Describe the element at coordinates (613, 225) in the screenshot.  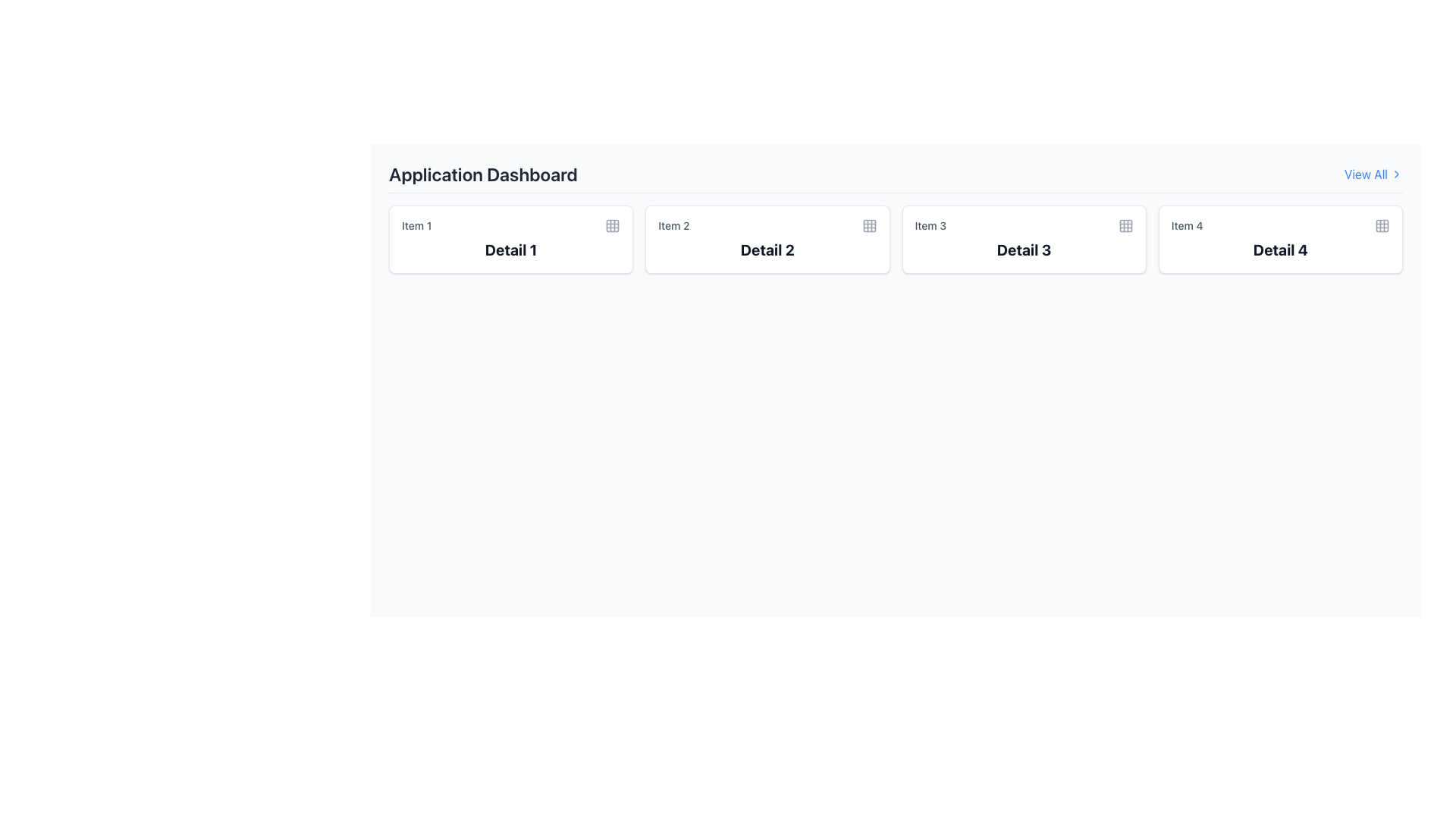
I see `the layout toggle icon located at the far-right corner of the 'Item 1' card` at that location.